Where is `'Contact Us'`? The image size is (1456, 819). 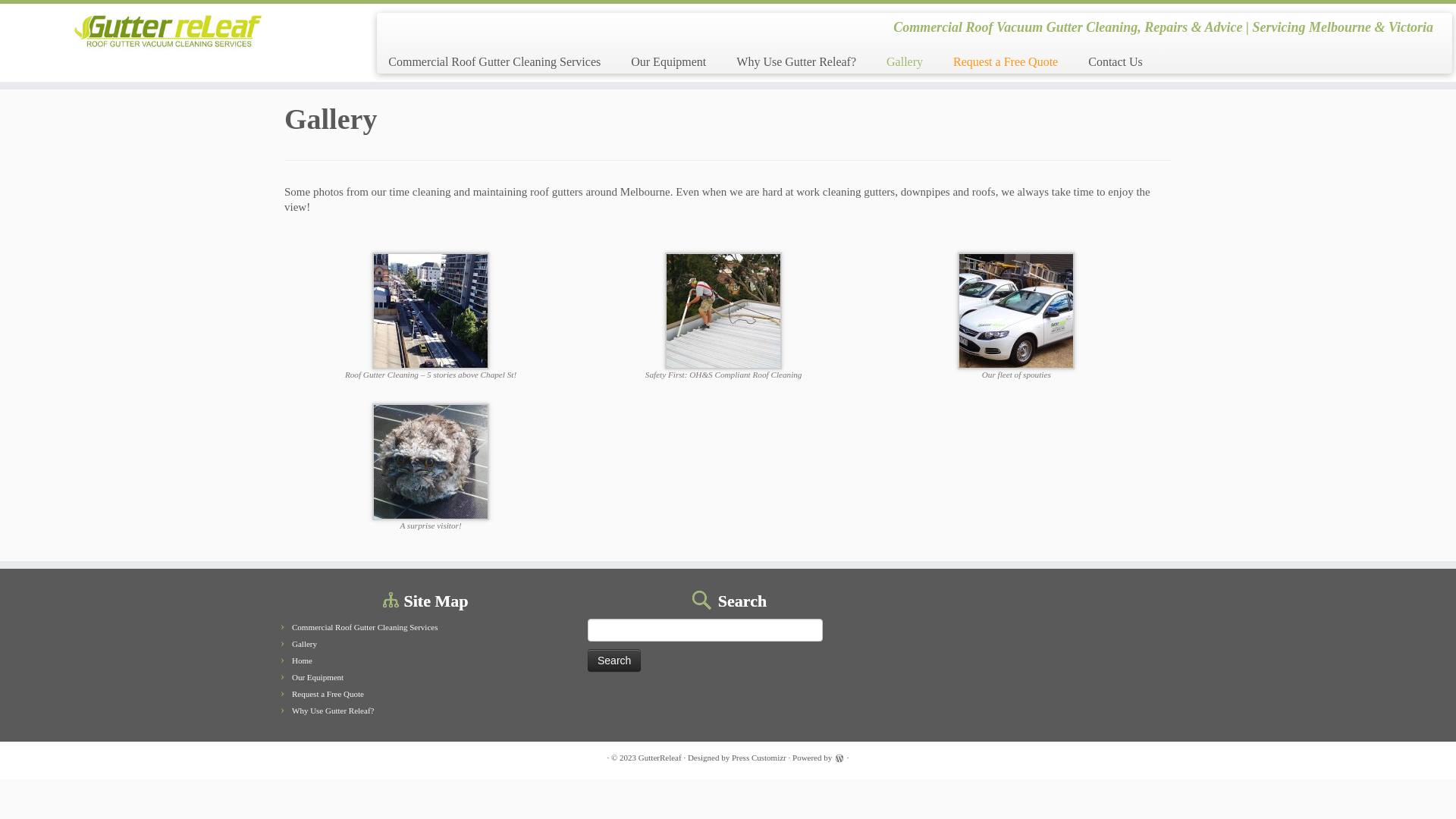
'Contact Us' is located at coordinates (1107, 61).